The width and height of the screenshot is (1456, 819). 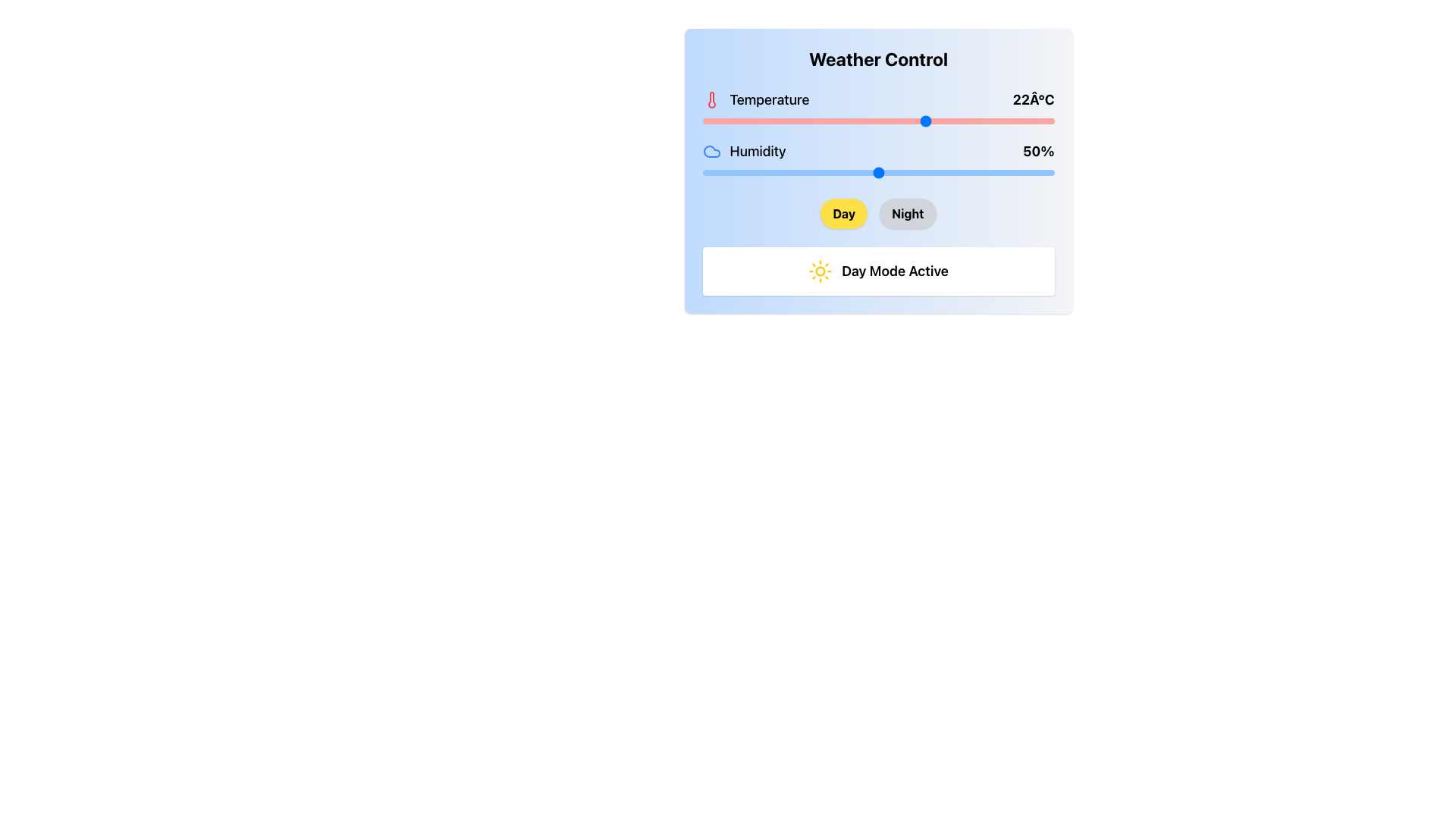 I want to click on the red thermometer icon located to the left of the 'Temperature' label under 'Weather Control', so click(x=711, y=99).